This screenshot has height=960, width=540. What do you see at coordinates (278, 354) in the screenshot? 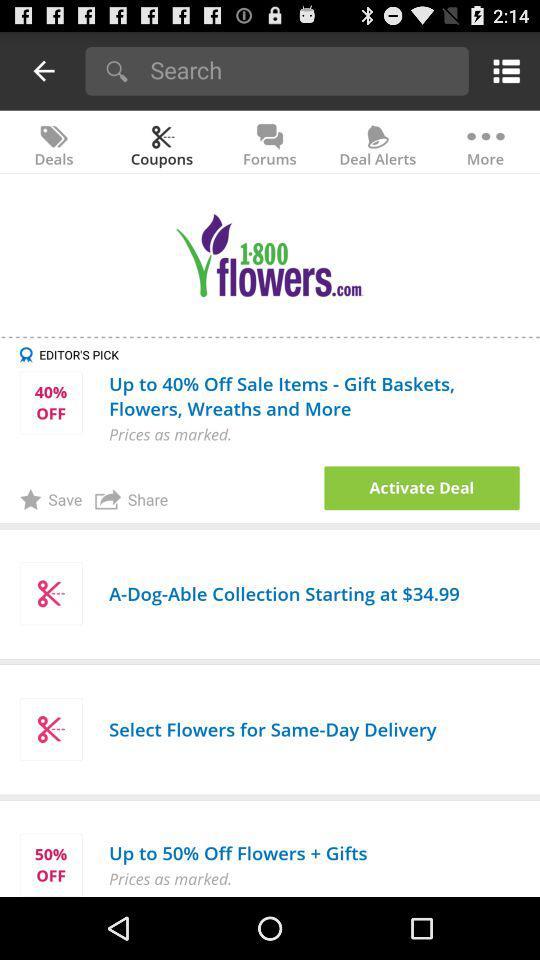
I see `editor's pick icon` at bounding box center [278, 354].